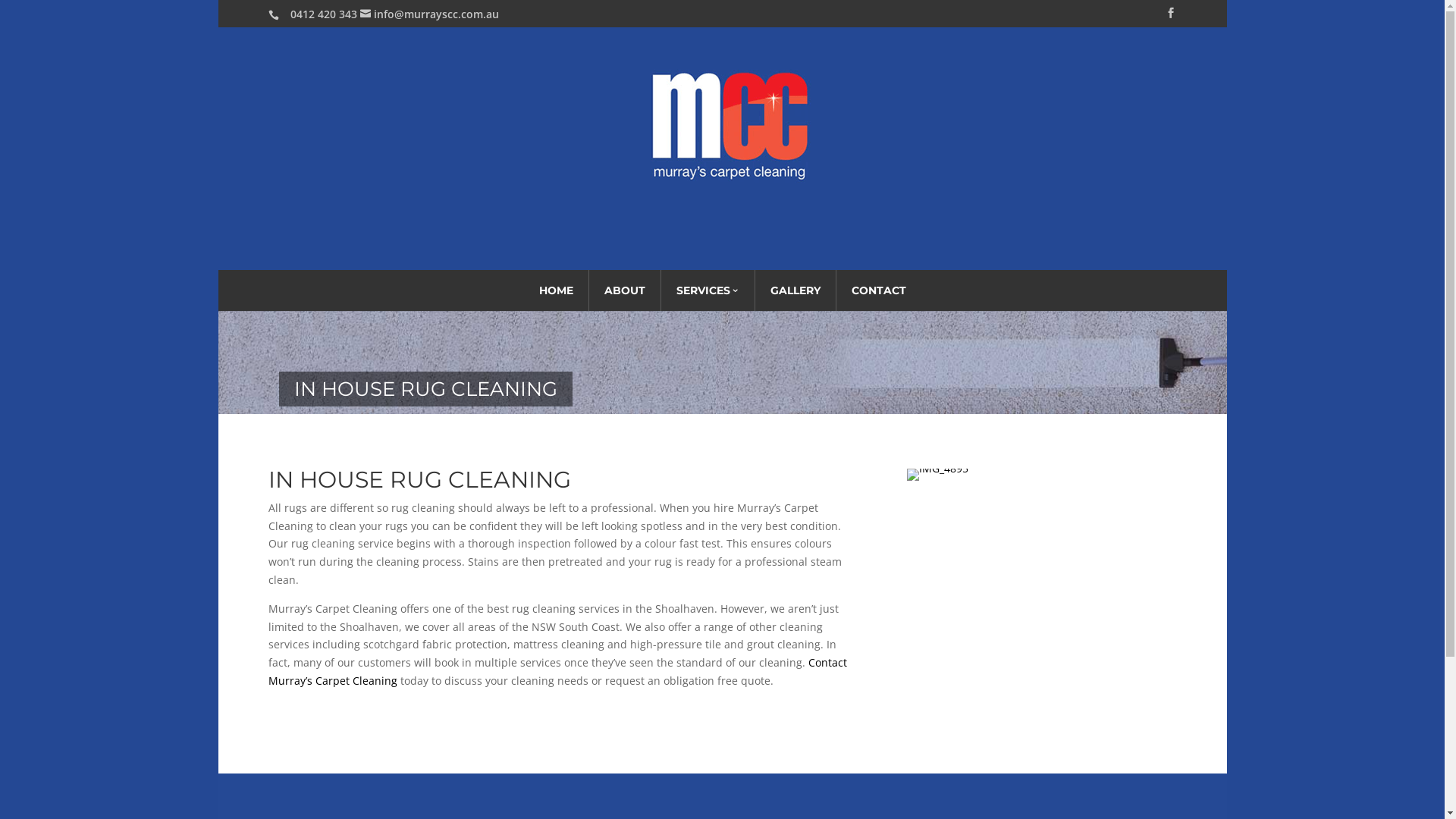 The image size is (1456, 819). I want to click on 'SERVICES', so click(661, 290).